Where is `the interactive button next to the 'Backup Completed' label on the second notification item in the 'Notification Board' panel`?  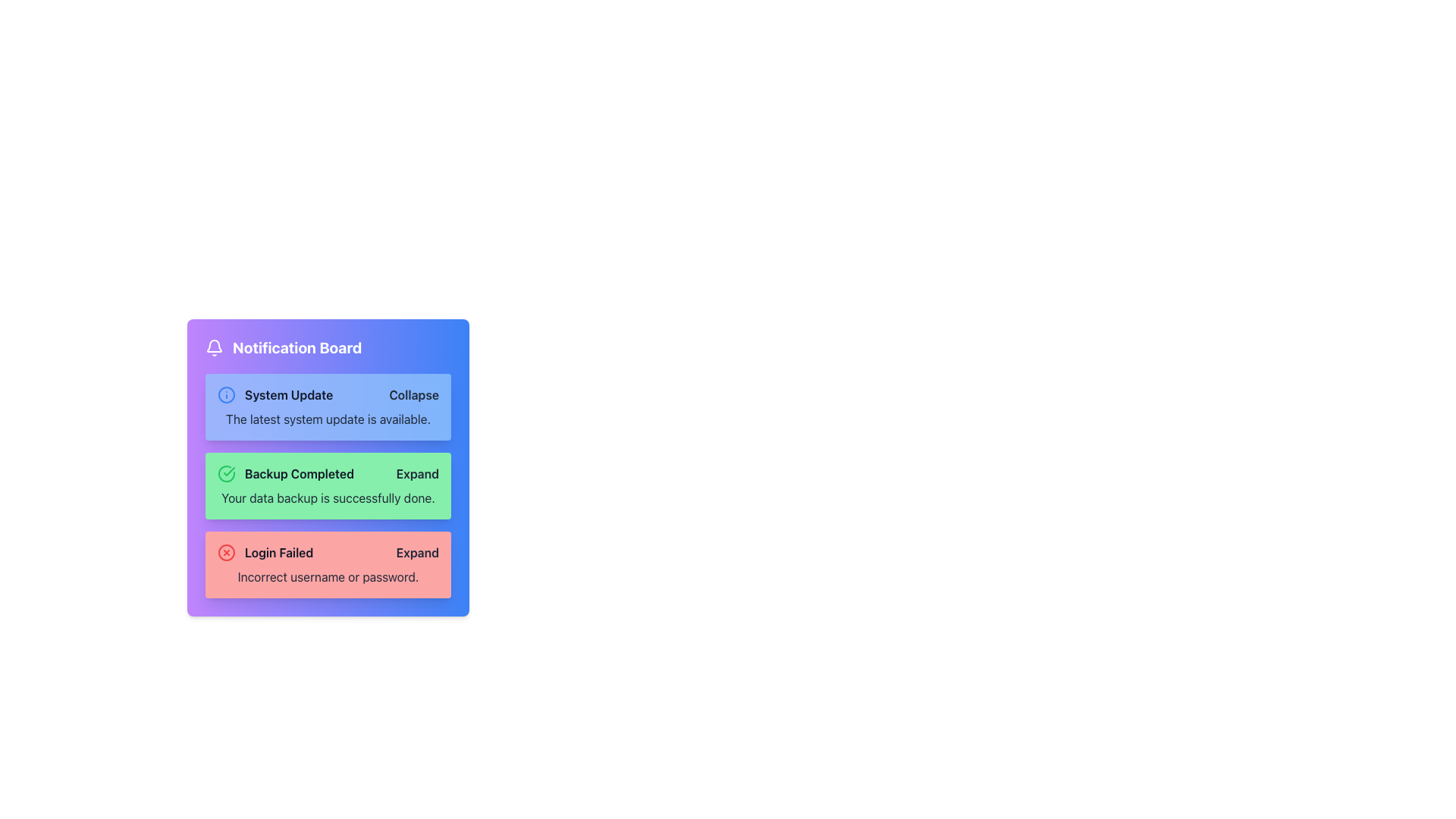
the interactive button next to the 'Backup Completed' label on the second notification item in the 'Notification Board' panel is located at coordinates (417, 472).